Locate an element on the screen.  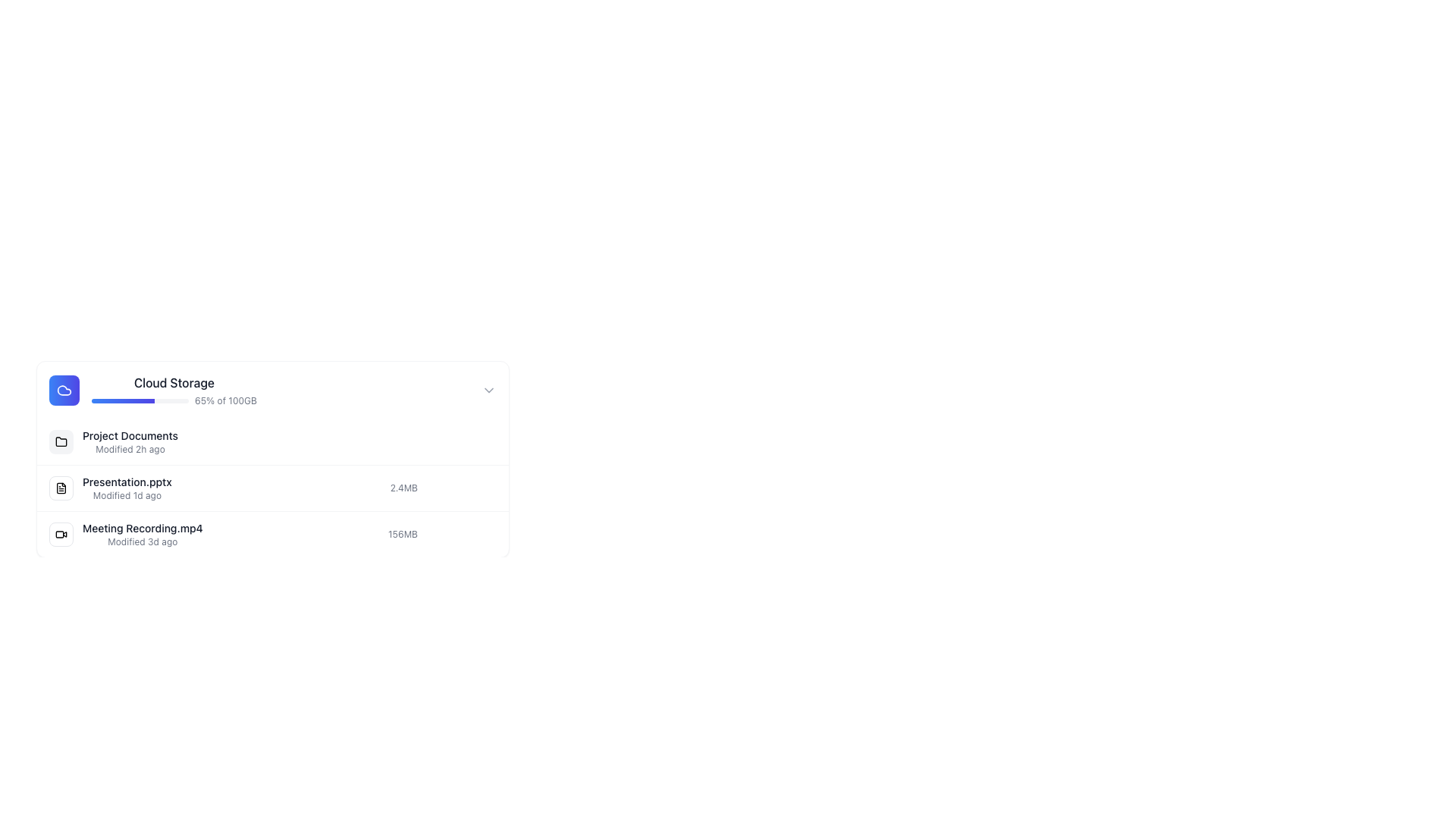
the folder icon with a black border and light gray background, located to the left of the text 'Project Documents' under 'Cloud Storage' is located at coordinates (61, 441).